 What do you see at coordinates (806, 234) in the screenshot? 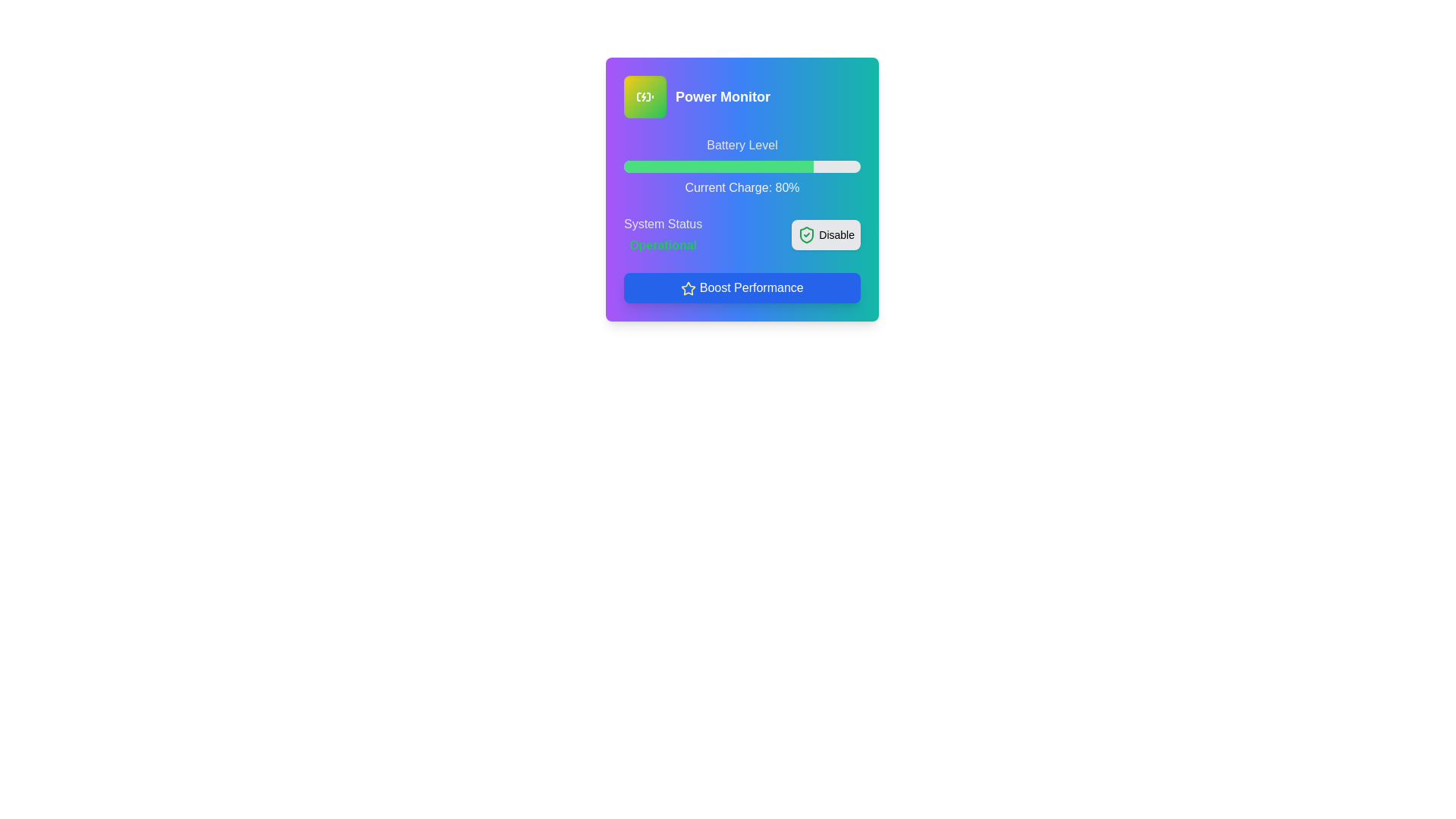
I see `the 'shield with a checkmark' icon located to the left of the 'Disable' button` at bounding box center [806, 234].